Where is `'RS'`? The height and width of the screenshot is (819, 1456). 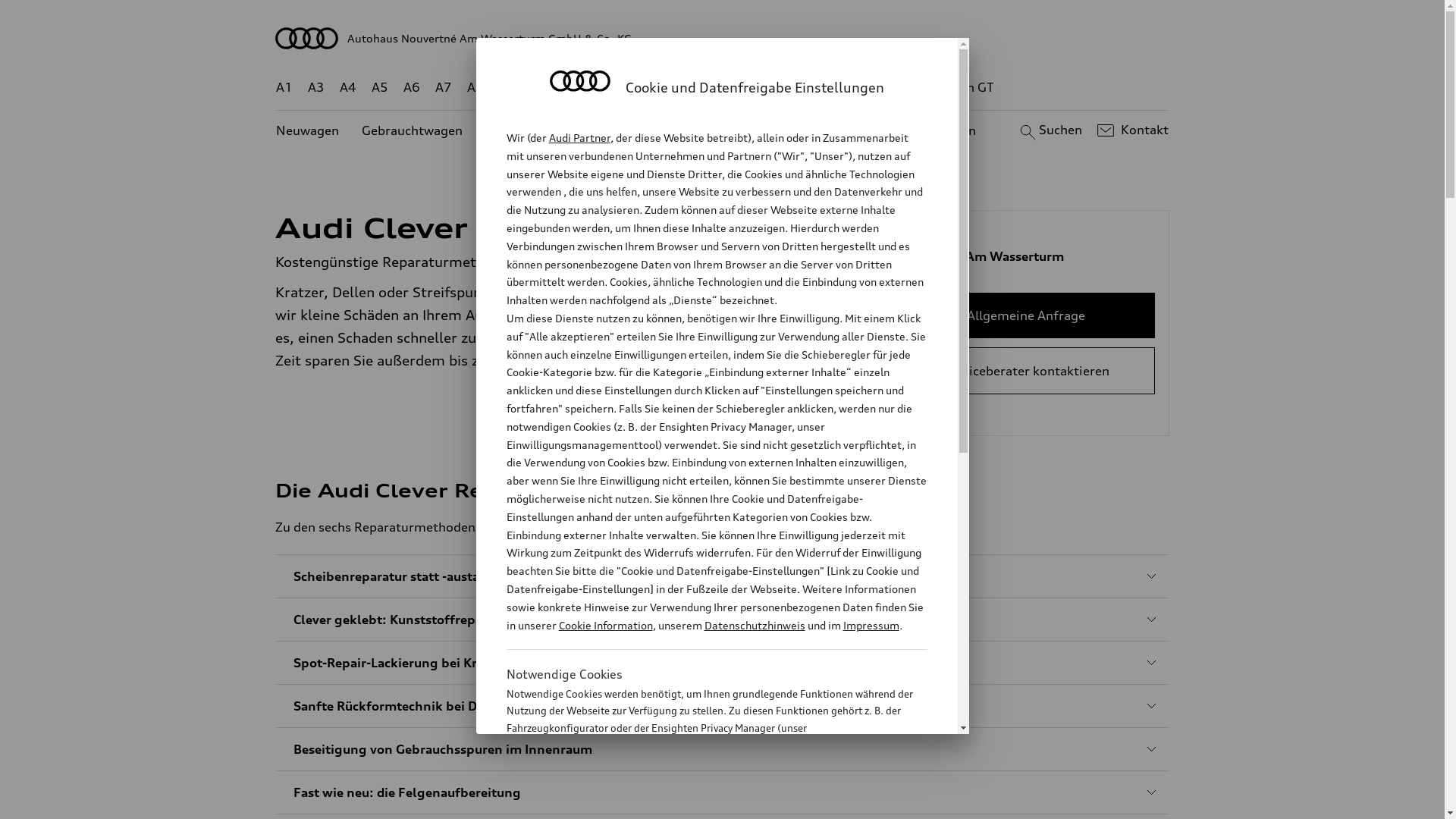 'RS' is located at coordinates (861, 87).